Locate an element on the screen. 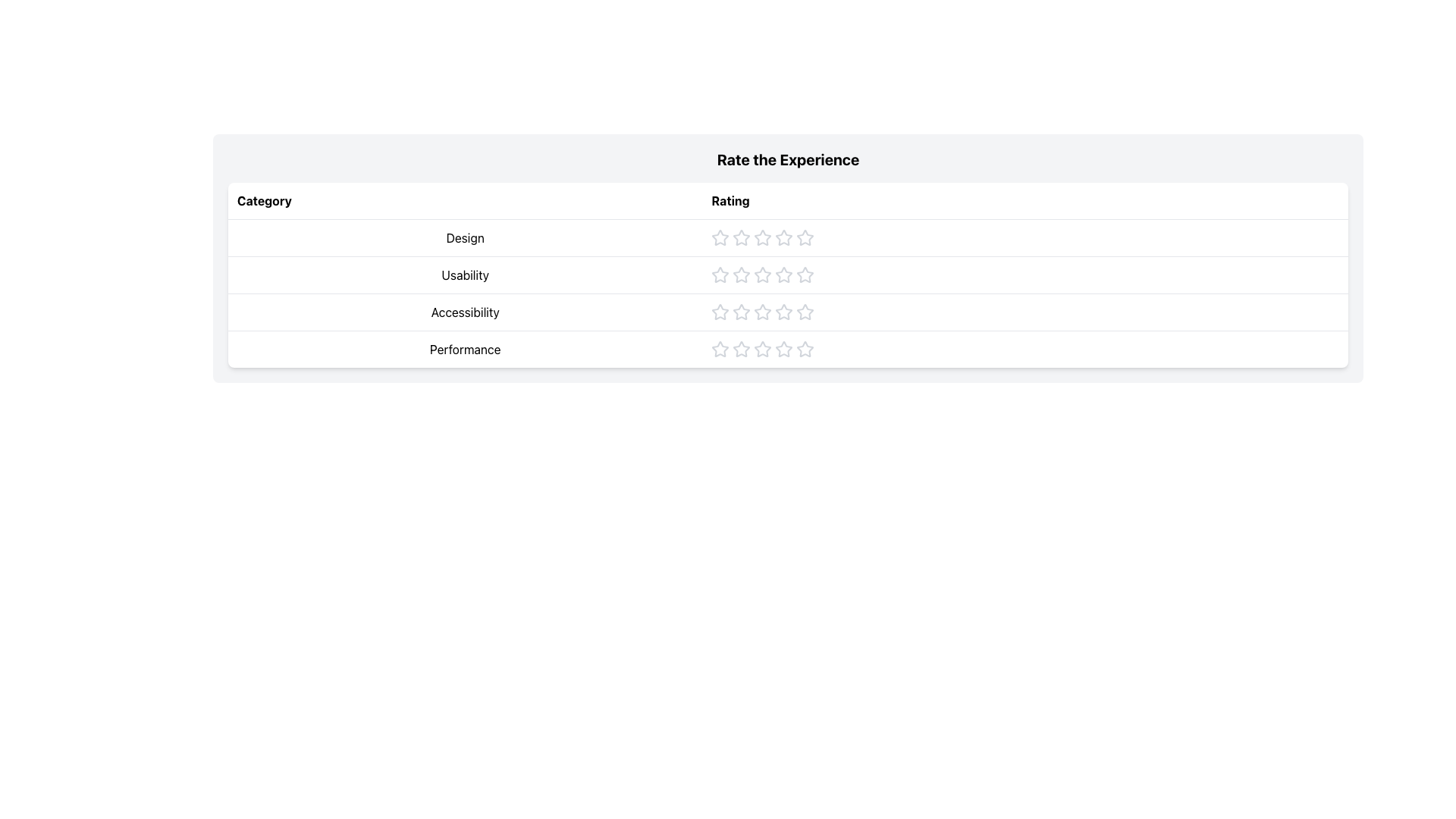 Image resolution: width=1456 pixels, height=819 pixels. the first star icon in the 'Design' rating section to trigger interaction effects is located at coordinates (720, 237).